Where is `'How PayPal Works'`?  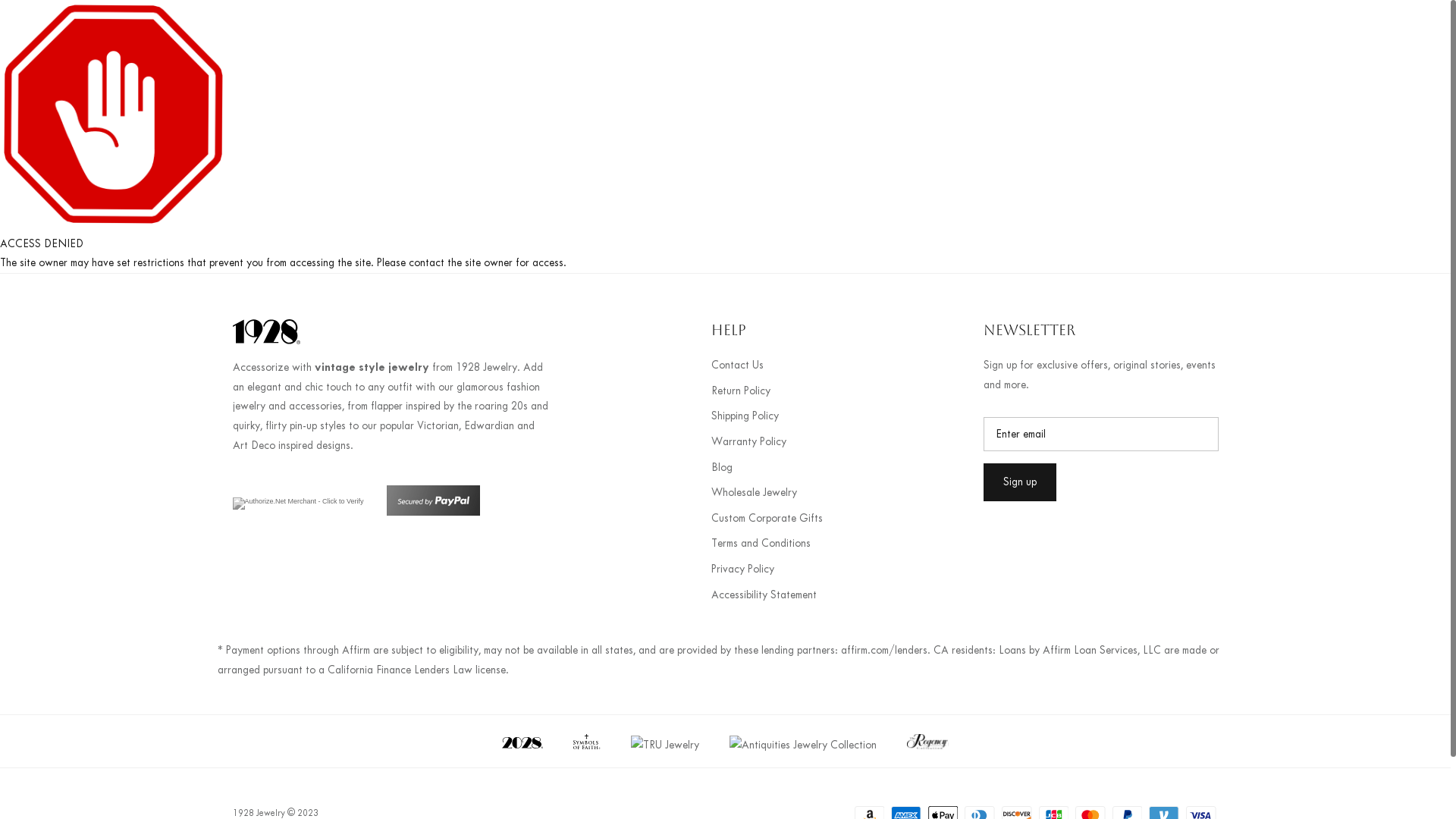 'How PayPal Works' is located at coordinates (432, 512).